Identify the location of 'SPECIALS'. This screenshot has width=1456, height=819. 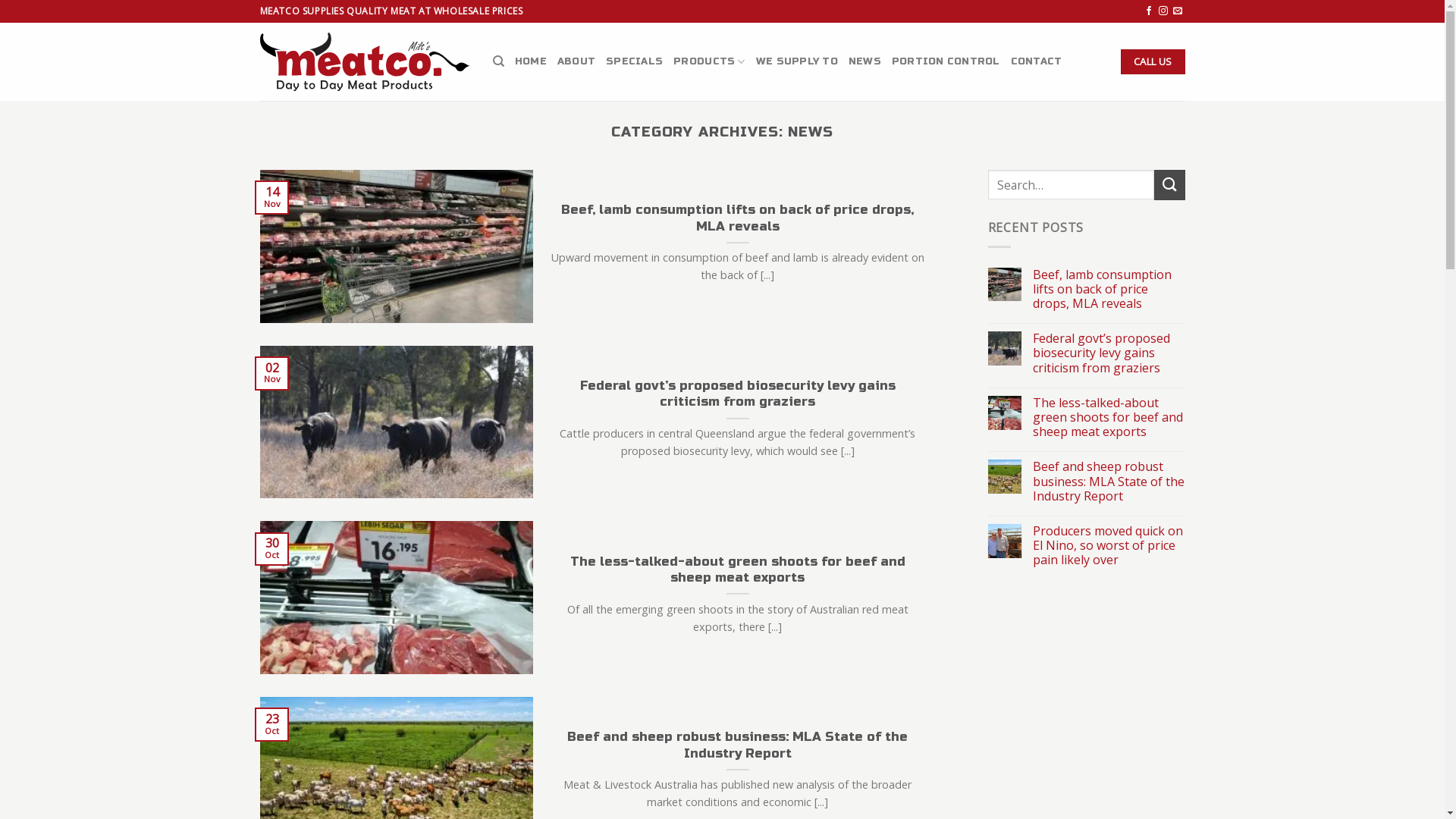
(634, 61).